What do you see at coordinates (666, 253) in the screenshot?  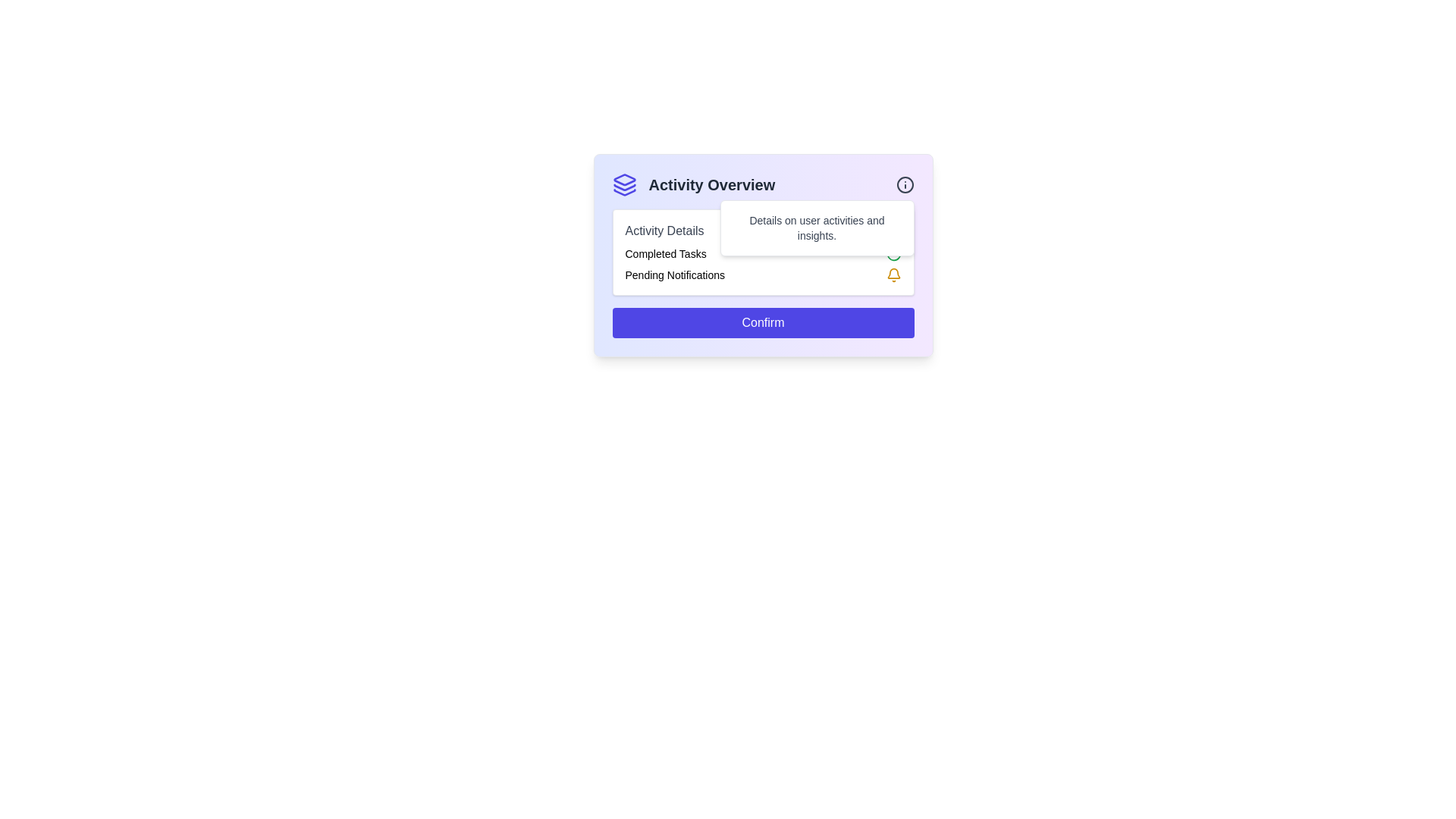 I see `the Text Label that indicates completed tasks in the 'Activity Overview' card, located under 'Activity Details' and above 'Pending Notifications'` at bounding box center [666, 253].